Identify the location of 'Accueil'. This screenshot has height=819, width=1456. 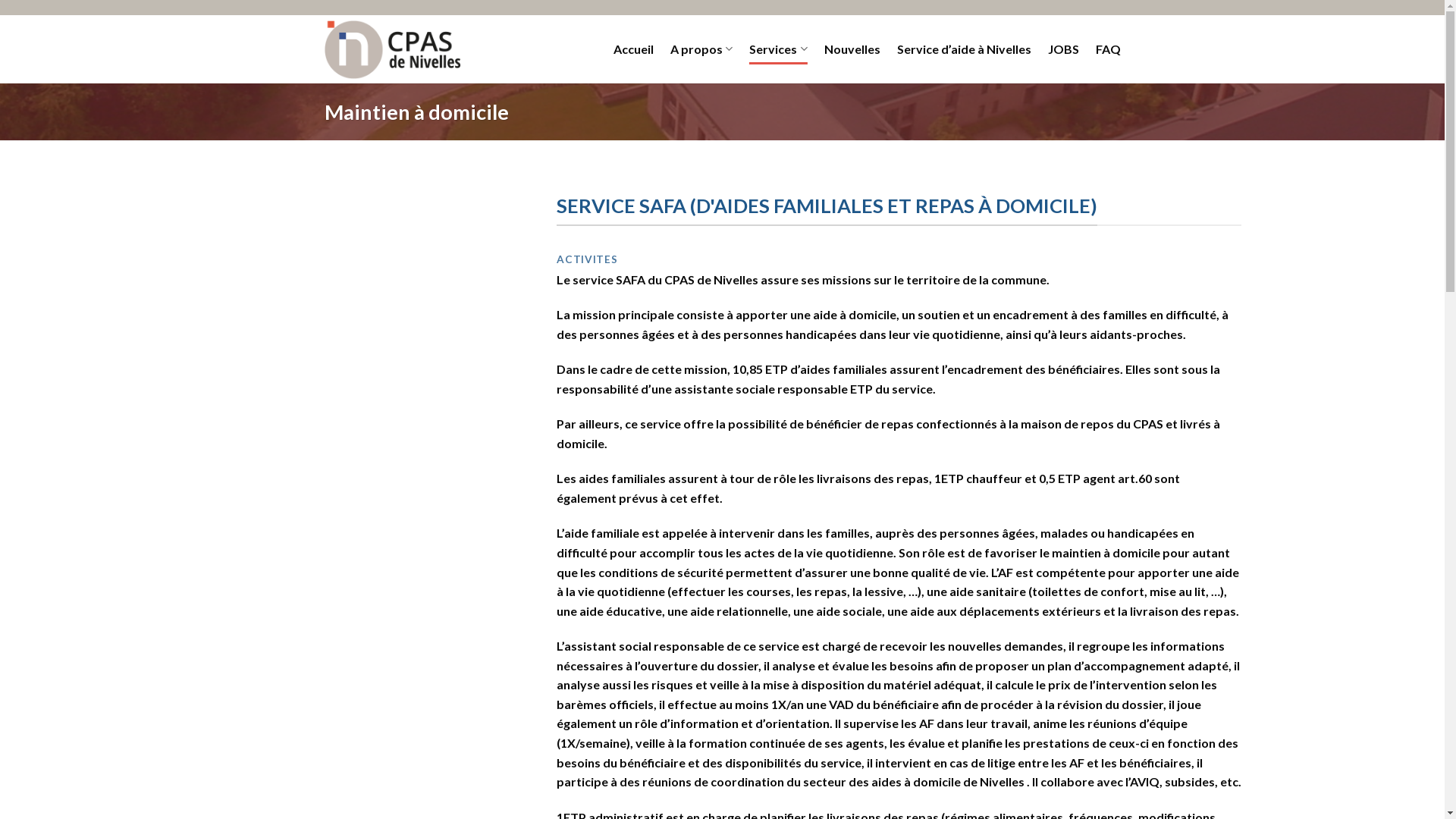
(633, 49).